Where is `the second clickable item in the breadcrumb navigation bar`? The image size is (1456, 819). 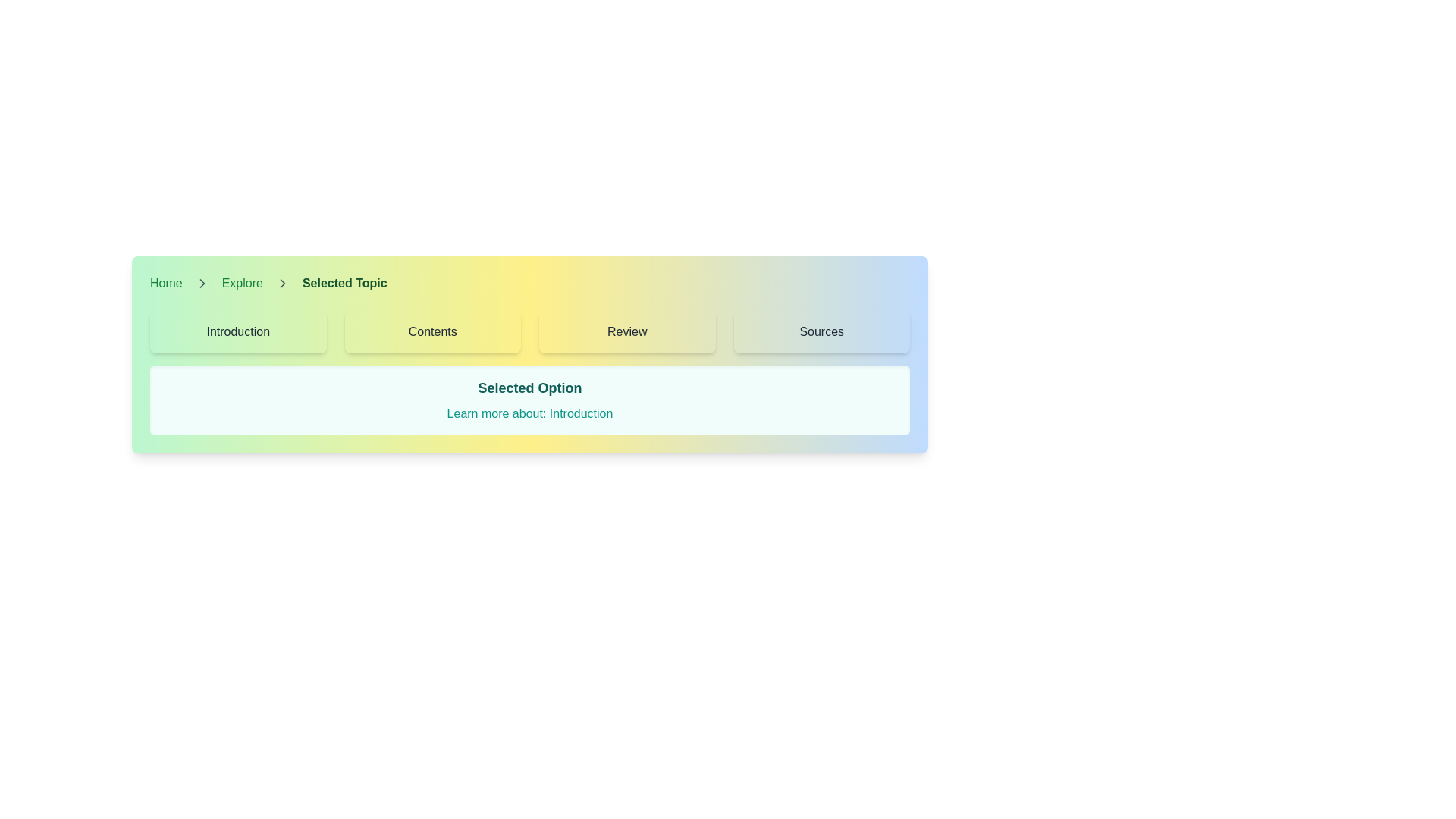
the second clickable item in the breadcrumb navigation bar is located at coordinates (241, 284).